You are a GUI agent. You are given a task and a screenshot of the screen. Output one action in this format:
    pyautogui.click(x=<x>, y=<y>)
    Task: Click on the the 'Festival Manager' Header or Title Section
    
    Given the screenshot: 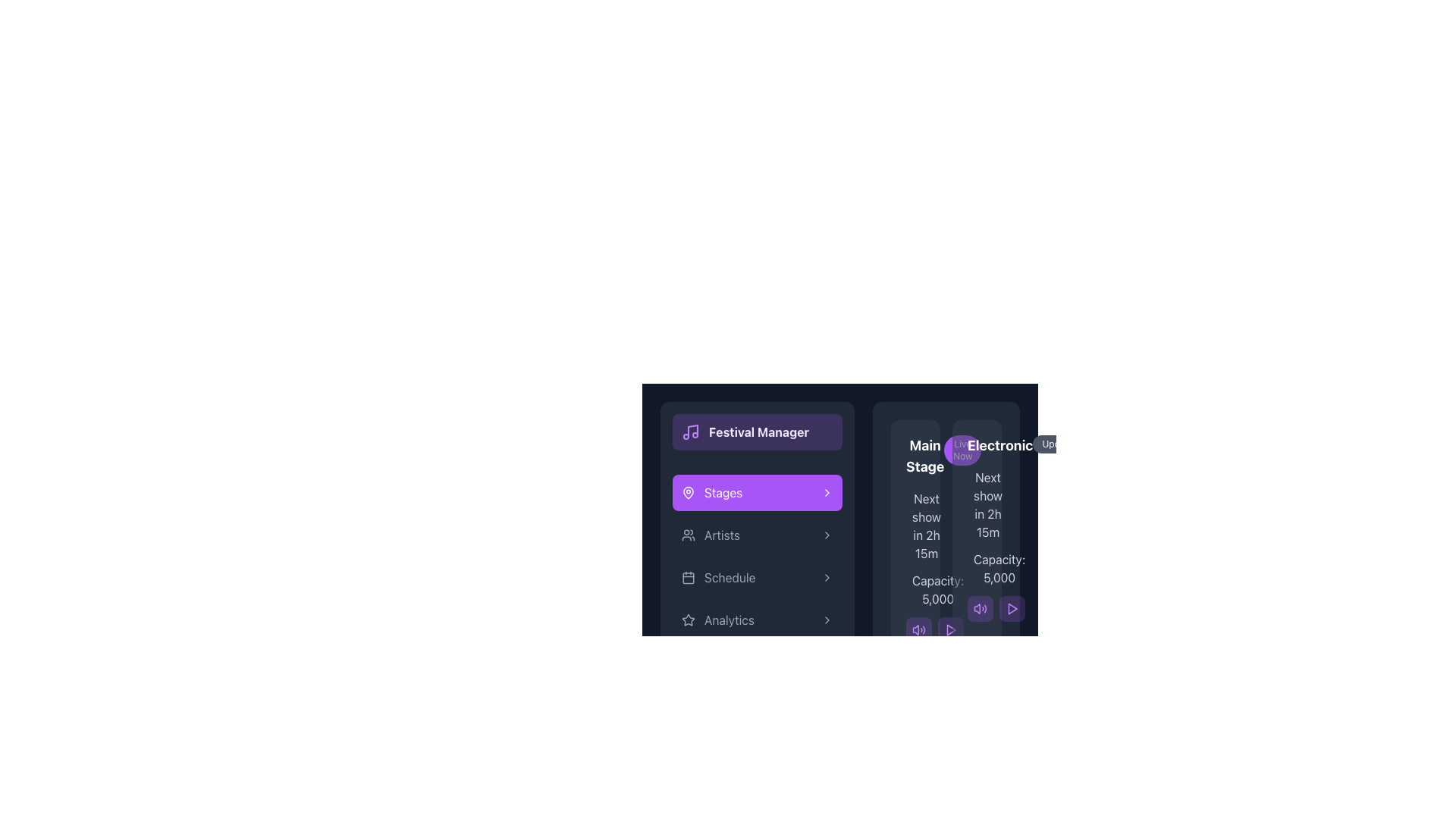 What is the action you would take?
    pyautogui.click(x=757, y=432)
    